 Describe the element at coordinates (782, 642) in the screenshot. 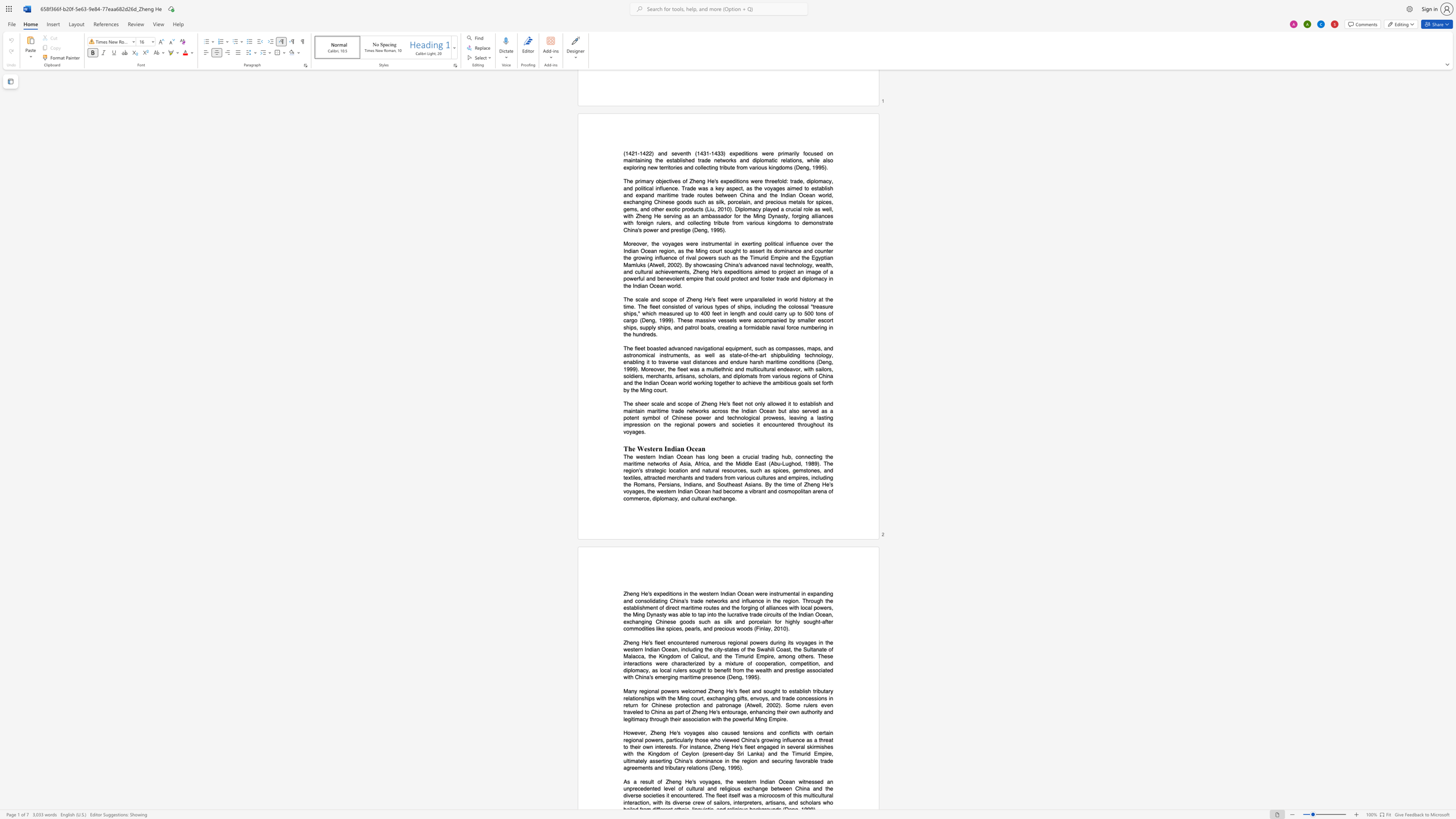

I see `the subset text "g its voyages in the" within the text "regional powers during its voyages in the western Indian Ocean, including the city-states of the Swahili Coast, the Sultanate of Malacca, the Kingdom of"` at that location.